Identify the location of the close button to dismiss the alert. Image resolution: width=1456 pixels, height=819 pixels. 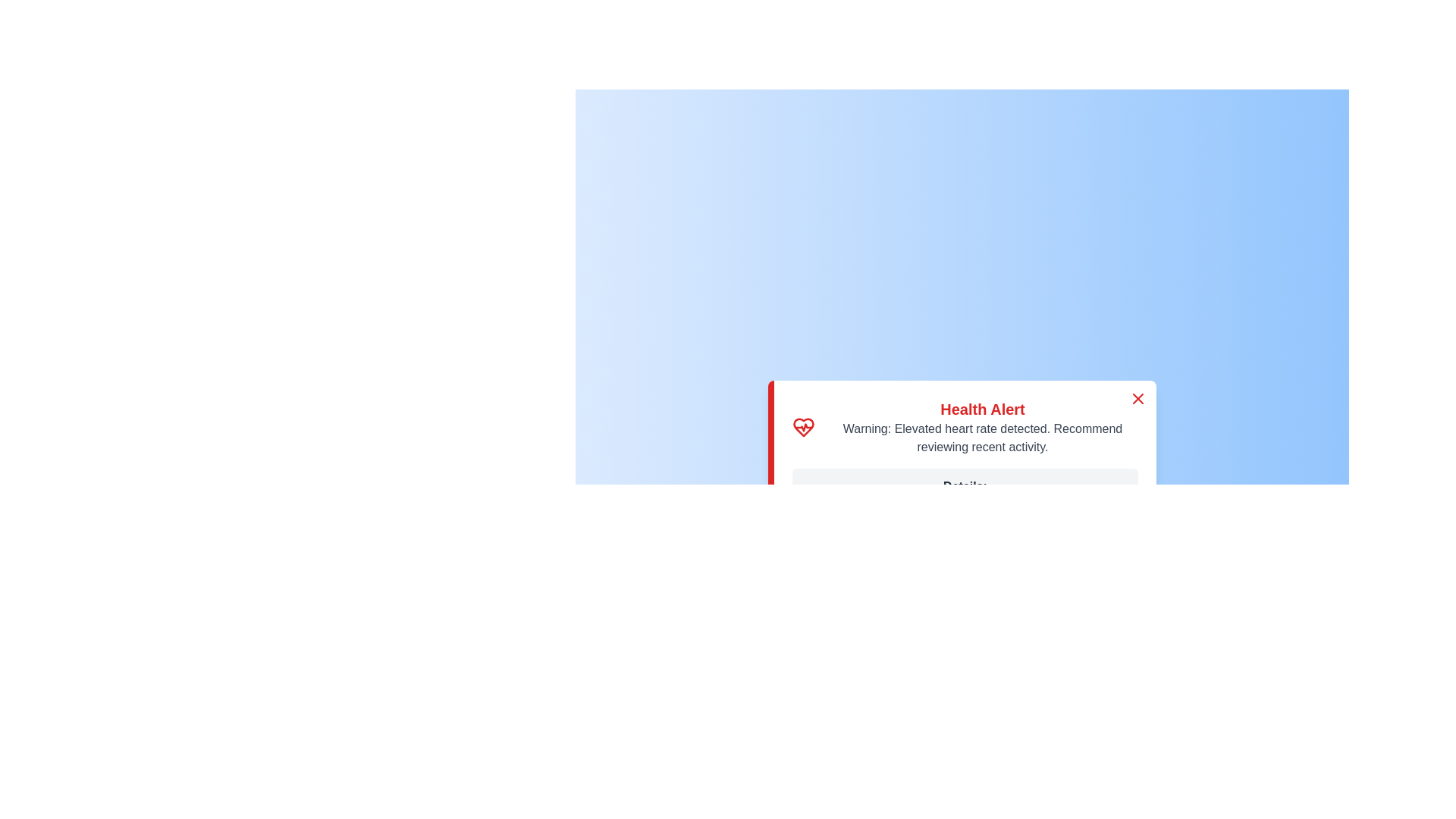
(1138, 397).